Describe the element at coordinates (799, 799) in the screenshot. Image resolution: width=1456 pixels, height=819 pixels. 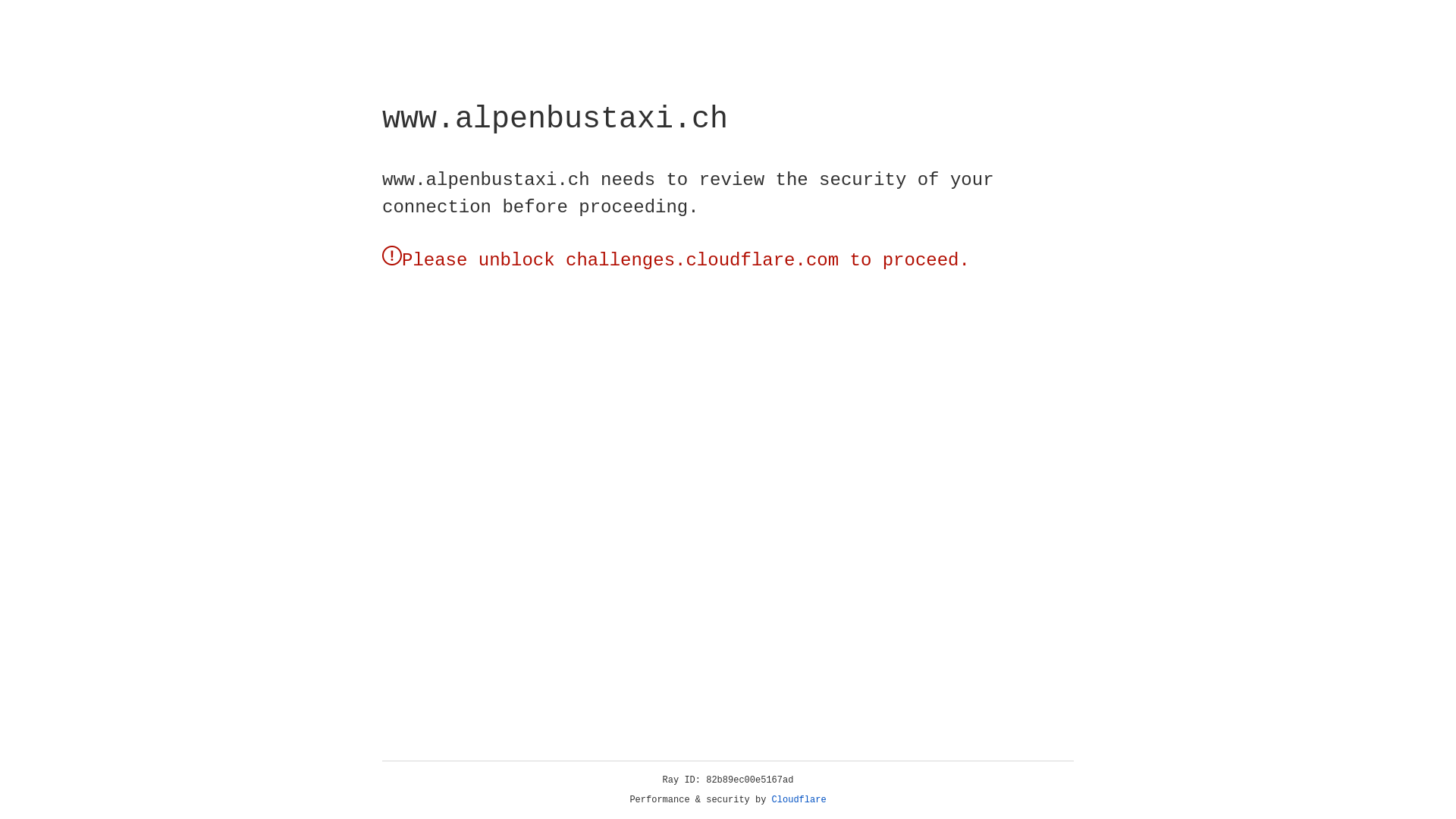
I see `'Cloudflare'` at that location.